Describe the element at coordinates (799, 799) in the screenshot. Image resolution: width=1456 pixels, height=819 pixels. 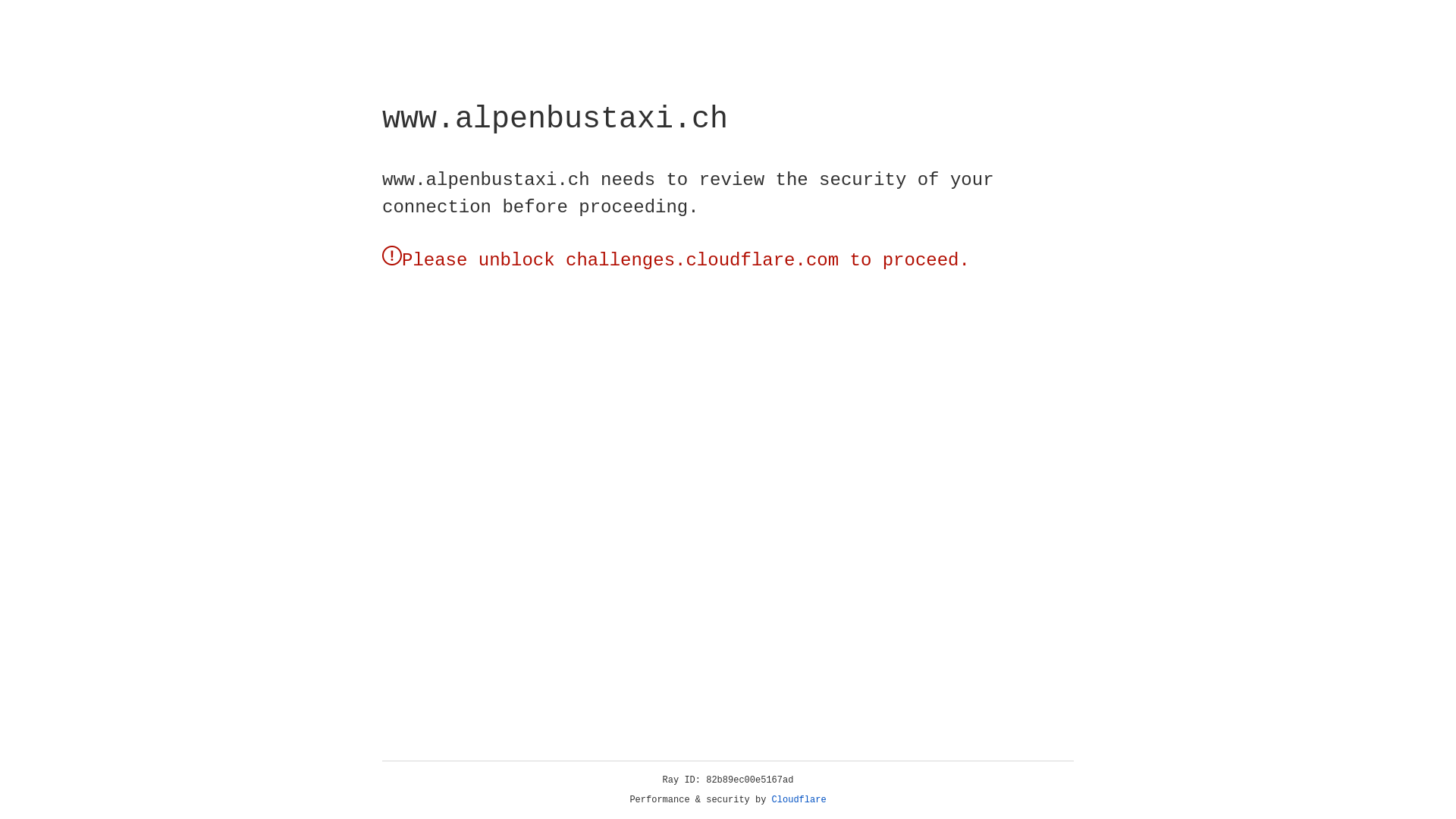
I see `'Cloudflare'` at that location.